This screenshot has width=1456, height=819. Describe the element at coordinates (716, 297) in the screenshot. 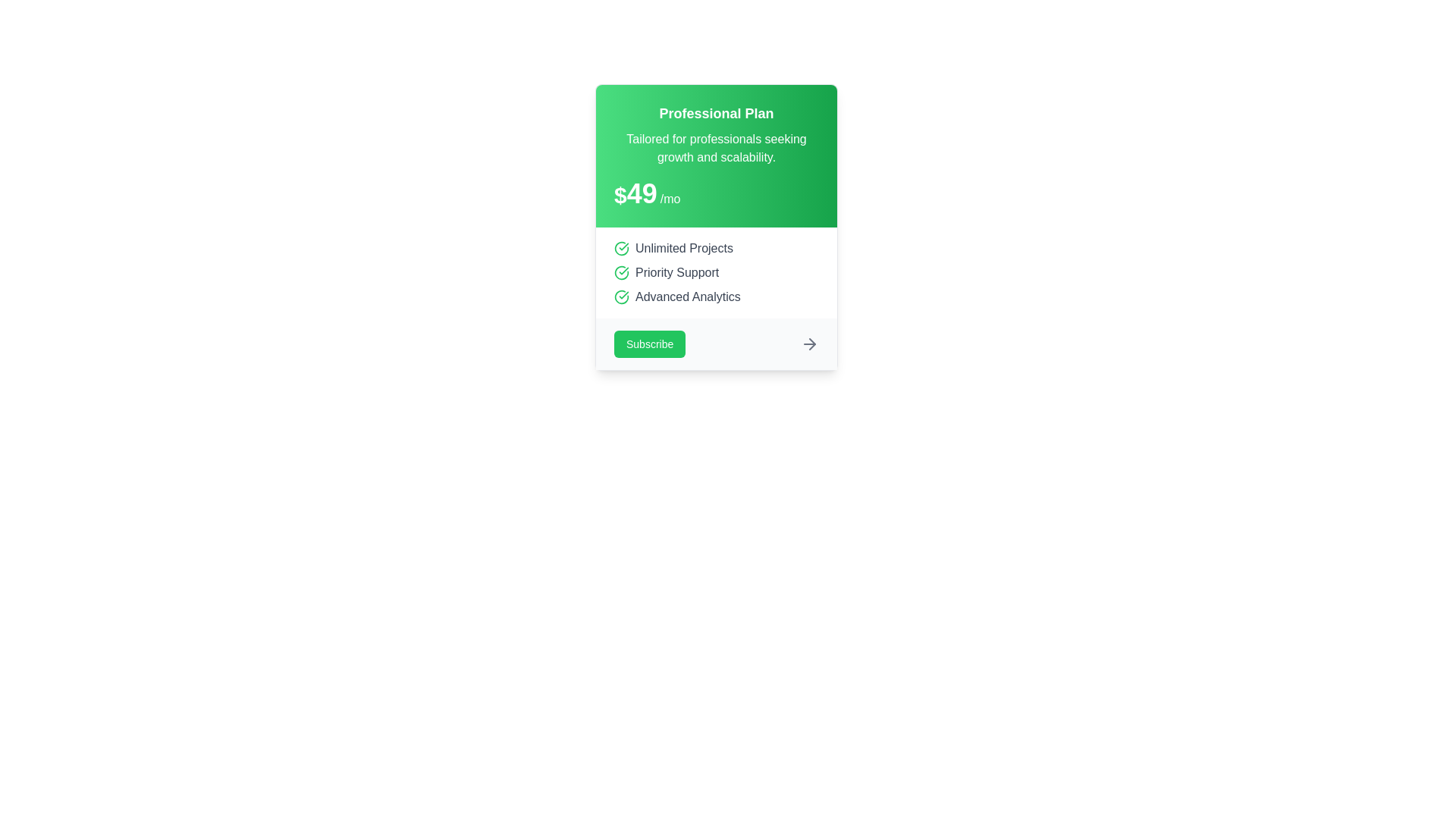

I see `the 'Advanced Analytics' text label with a green checkmark icon` at that location.